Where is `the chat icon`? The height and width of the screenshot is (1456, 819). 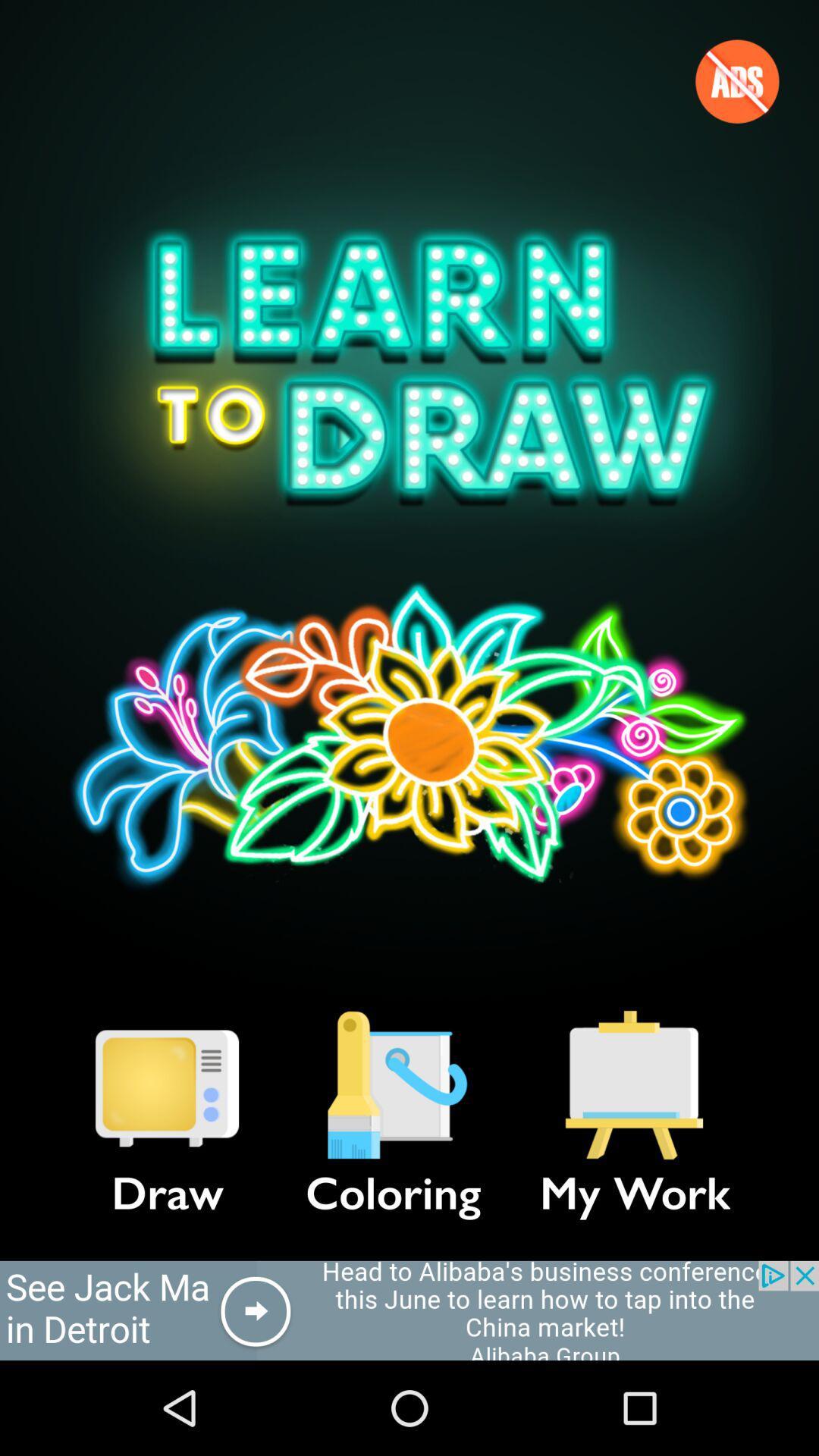
the chat icon is located at coordinates (167, 1084).